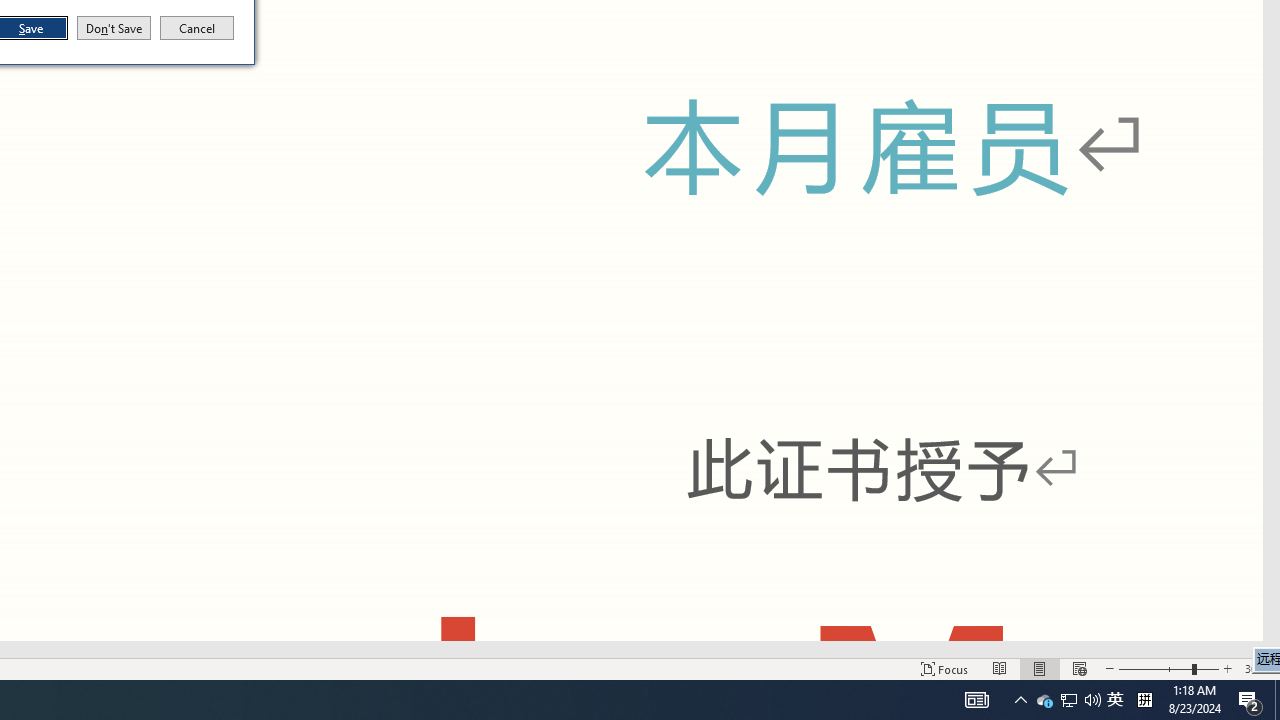 Image resolution: width=1280 pixels, height=720 pixels. What do you see at coordinates (1168, 669) in the screenshot?
I see `'Zoom'` at bounding box center [1168, 669].